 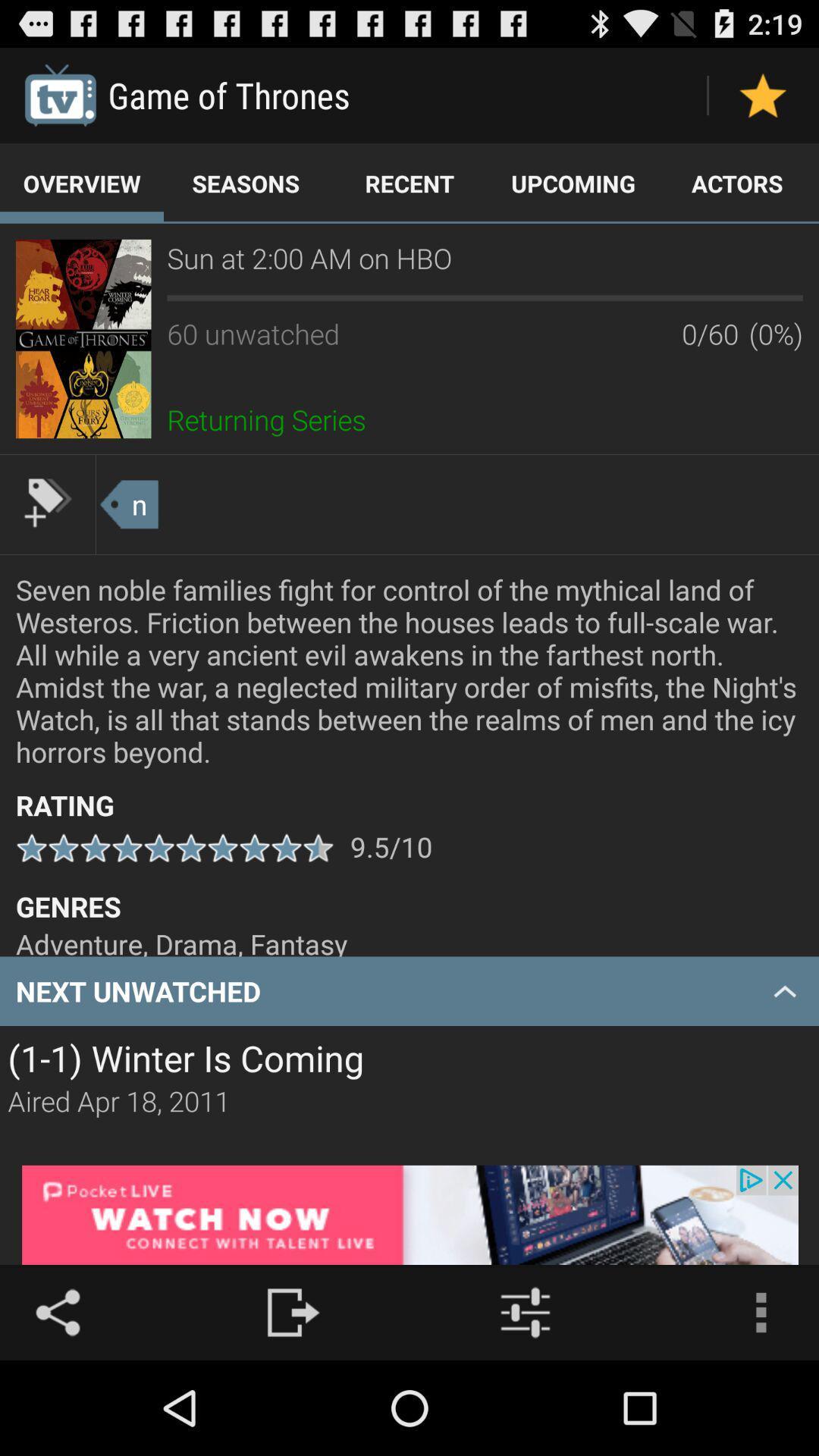 I want to click on remove tag, so click(x=46, y=502).